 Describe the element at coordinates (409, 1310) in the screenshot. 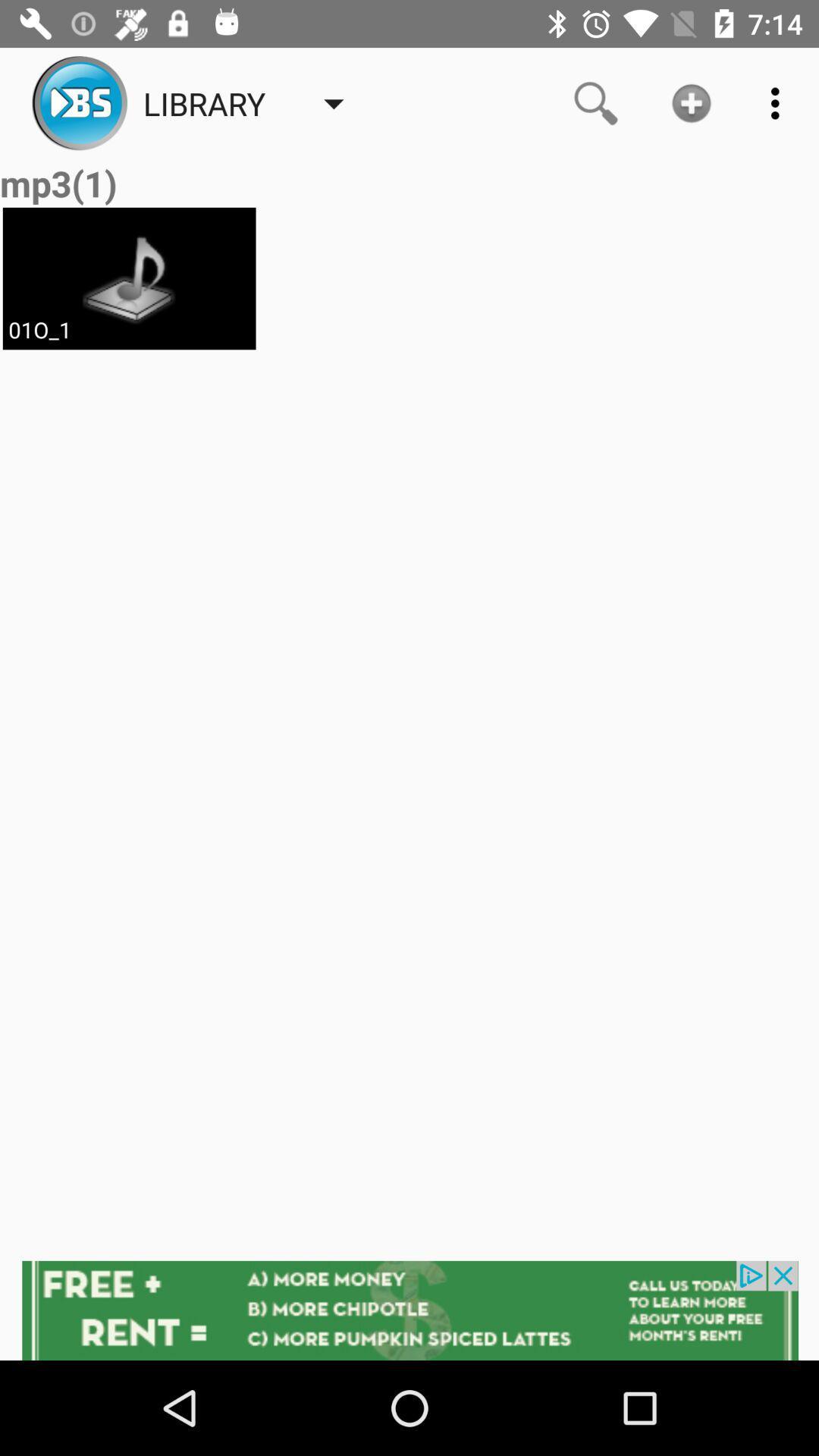

I see `advertisement` at that location.